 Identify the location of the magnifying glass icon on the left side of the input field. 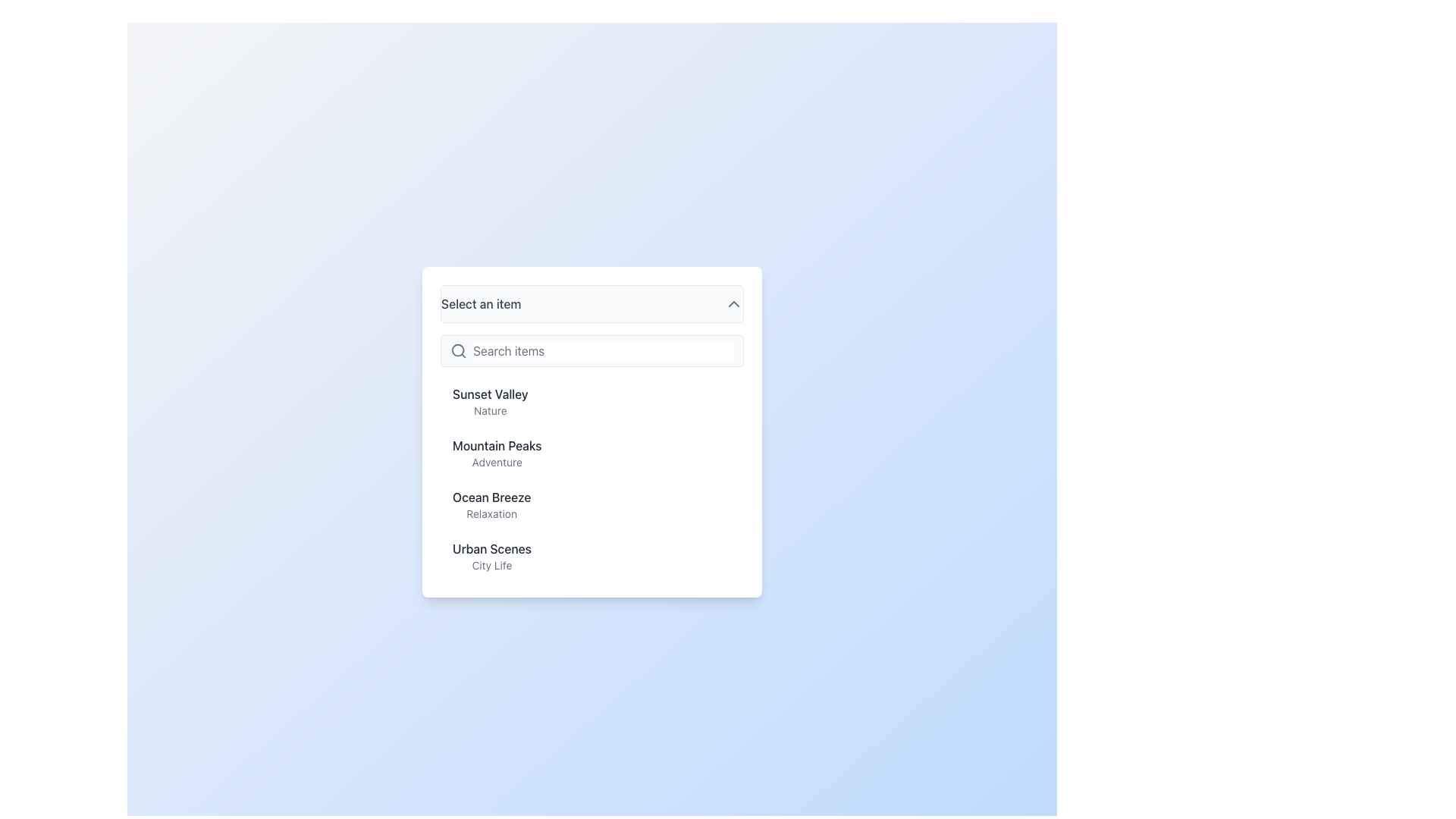
(457, 350).